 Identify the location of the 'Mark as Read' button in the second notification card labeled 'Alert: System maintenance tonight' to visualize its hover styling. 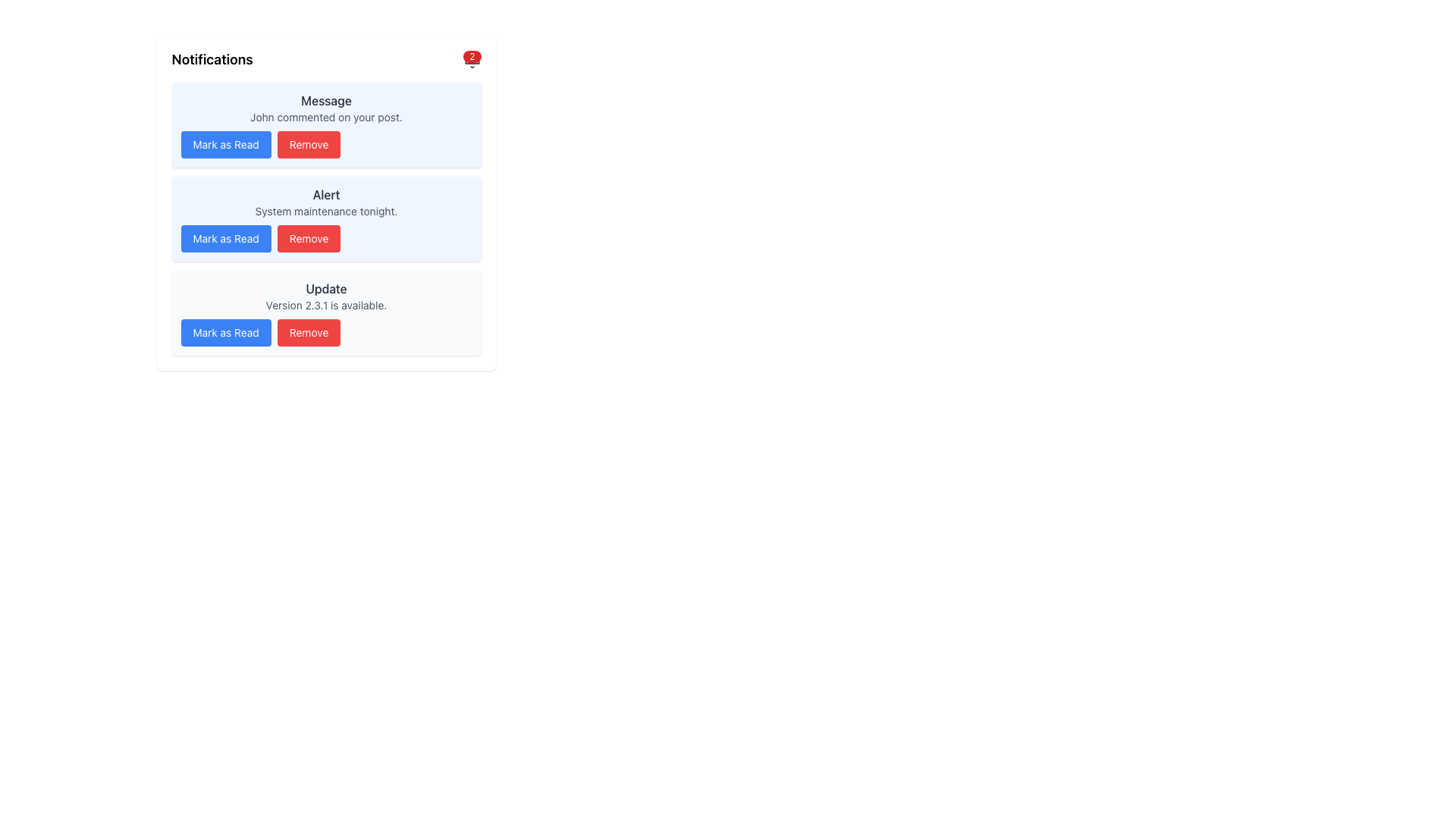
(225, 239).